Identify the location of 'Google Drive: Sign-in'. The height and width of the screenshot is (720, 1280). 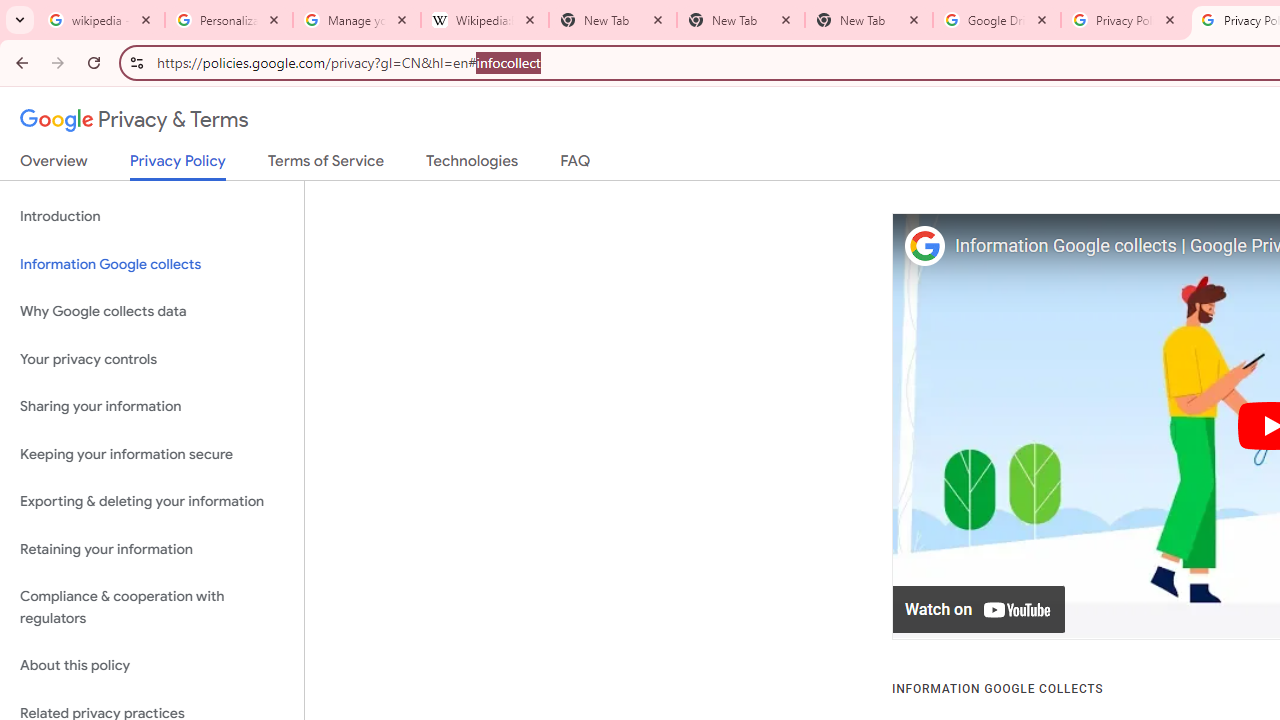
(997, 20).